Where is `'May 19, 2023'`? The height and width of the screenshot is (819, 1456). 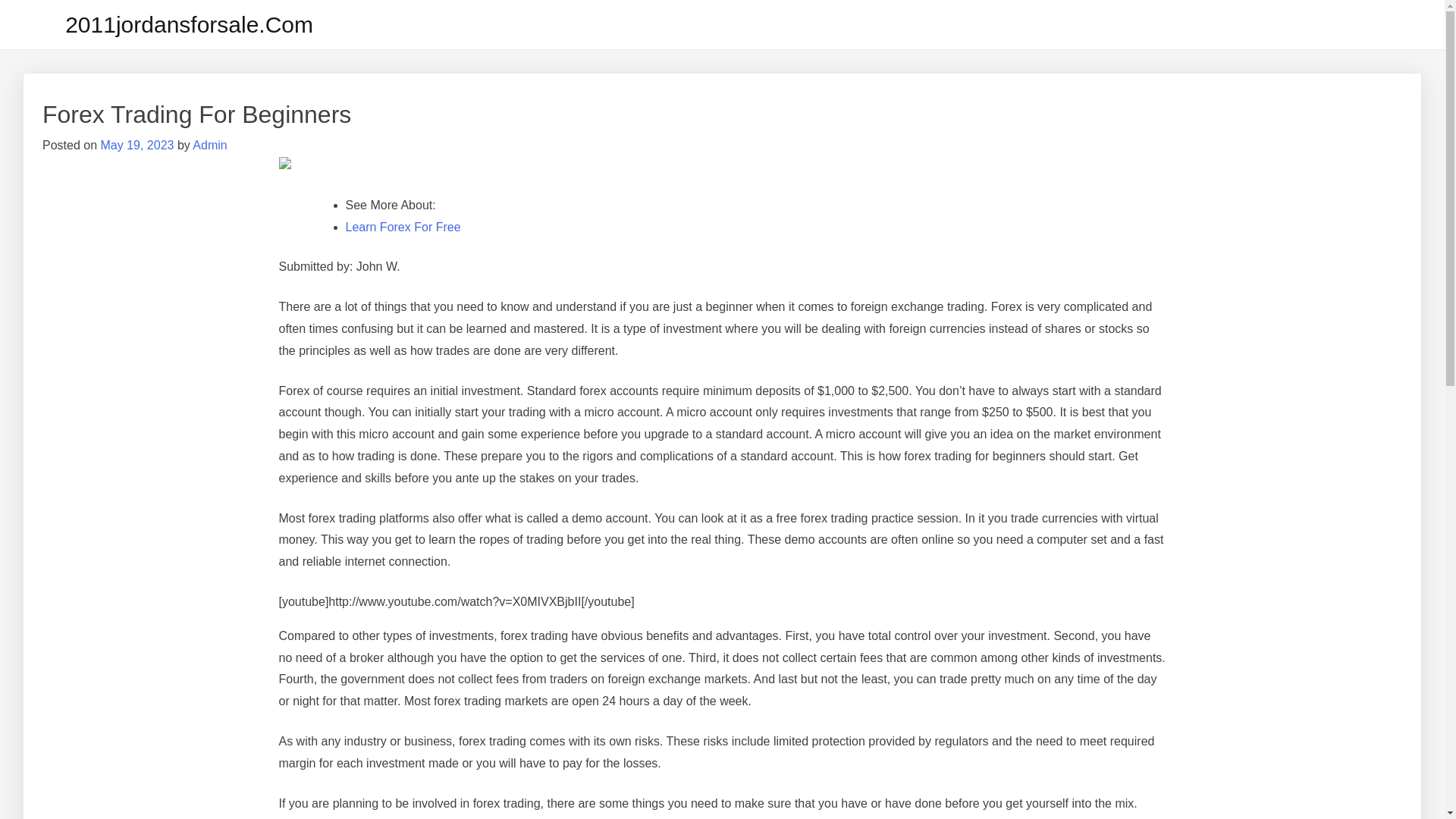 'May 19, 2023' is located at coordinates (99, 145).